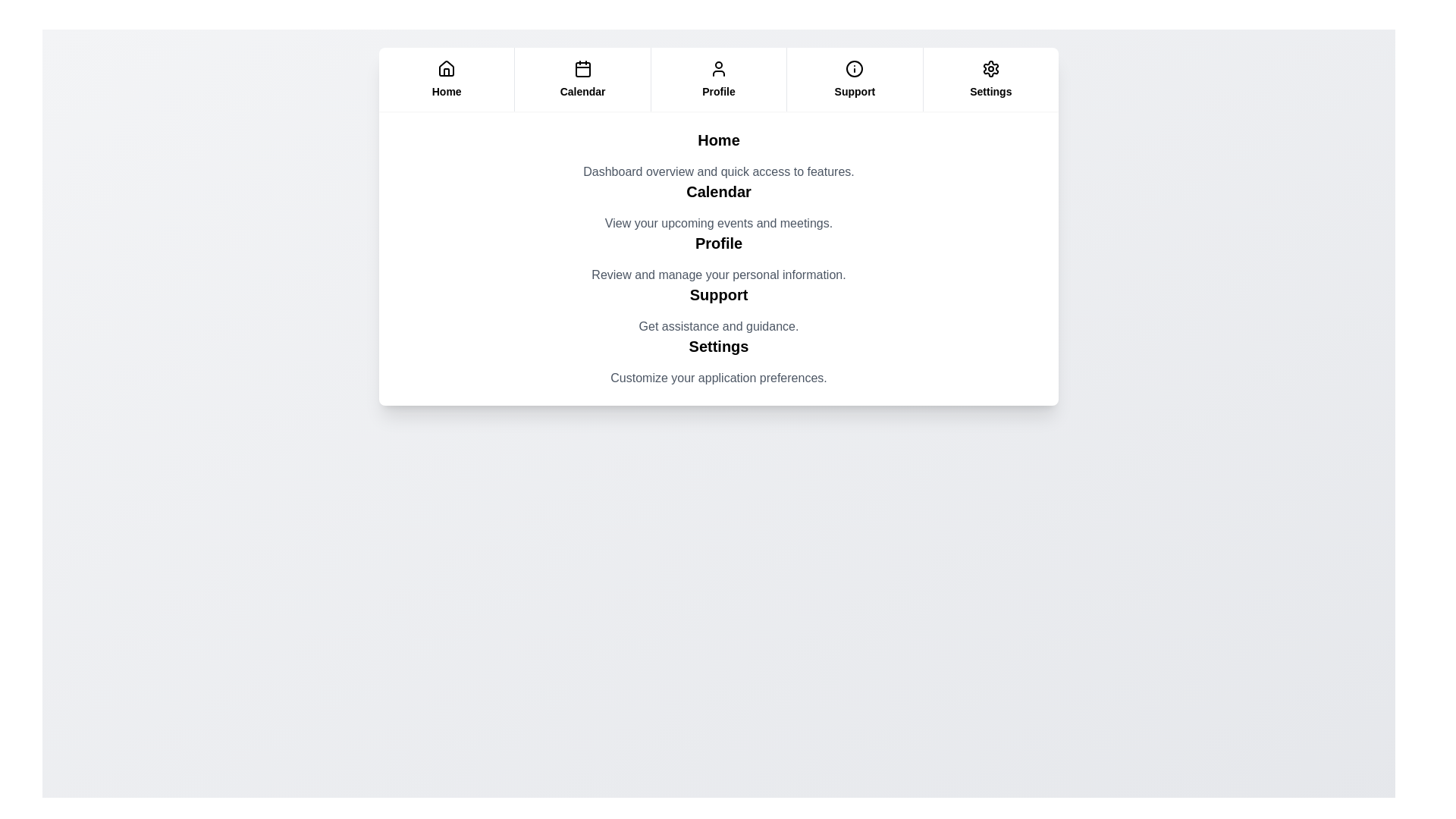 The image size is (1456, 819). Describe the element at coordinates (990, 91) in the screenshot. I see `text label located at the bottom of the settings tab in the navigation bar, which describes the purpose of the settings tab and is positioned below the settings gear icon` at that location.